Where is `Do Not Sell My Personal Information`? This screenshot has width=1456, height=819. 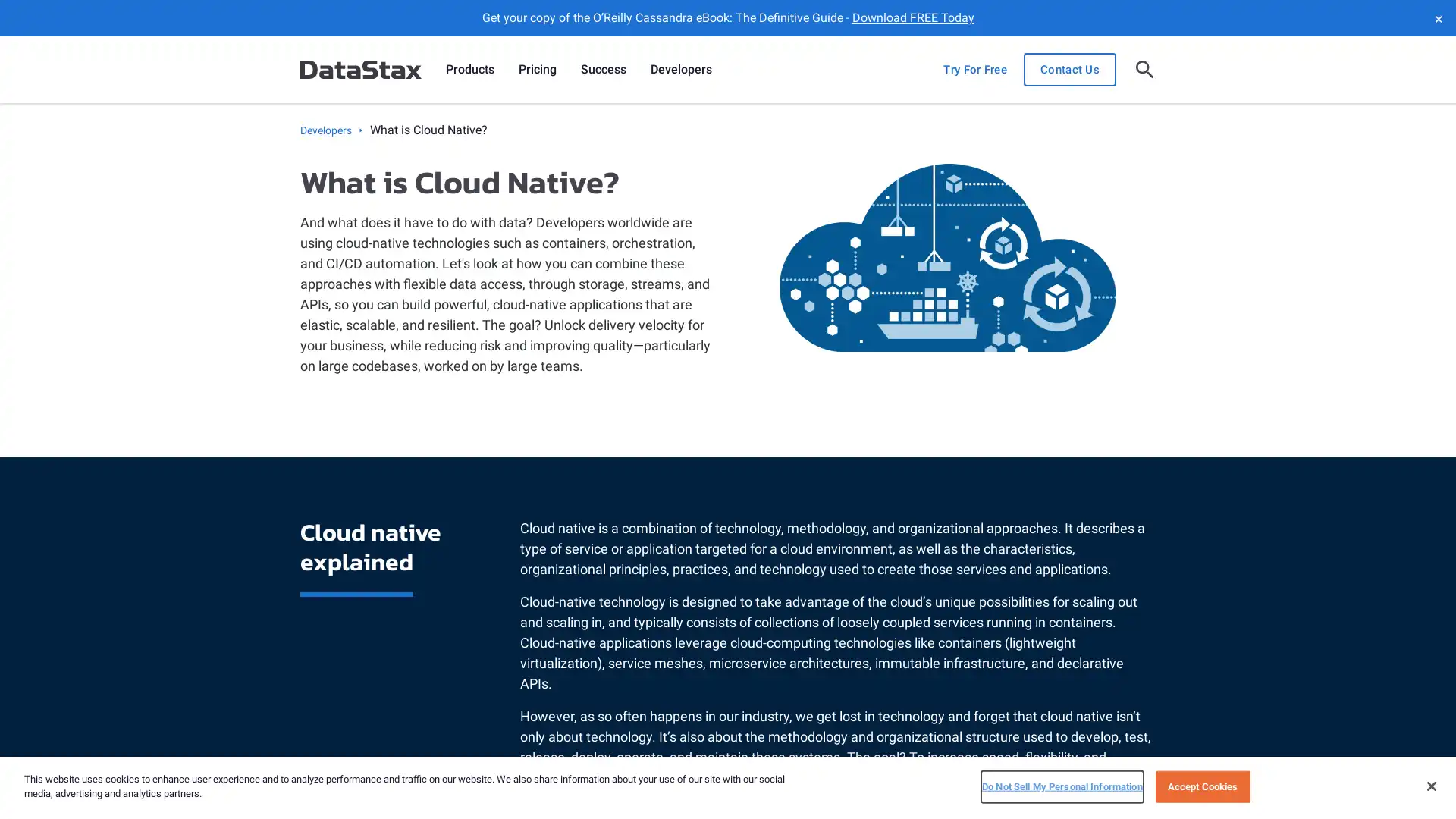 Do Not Sell My Personal Information is located at coordinates (1061, 786).